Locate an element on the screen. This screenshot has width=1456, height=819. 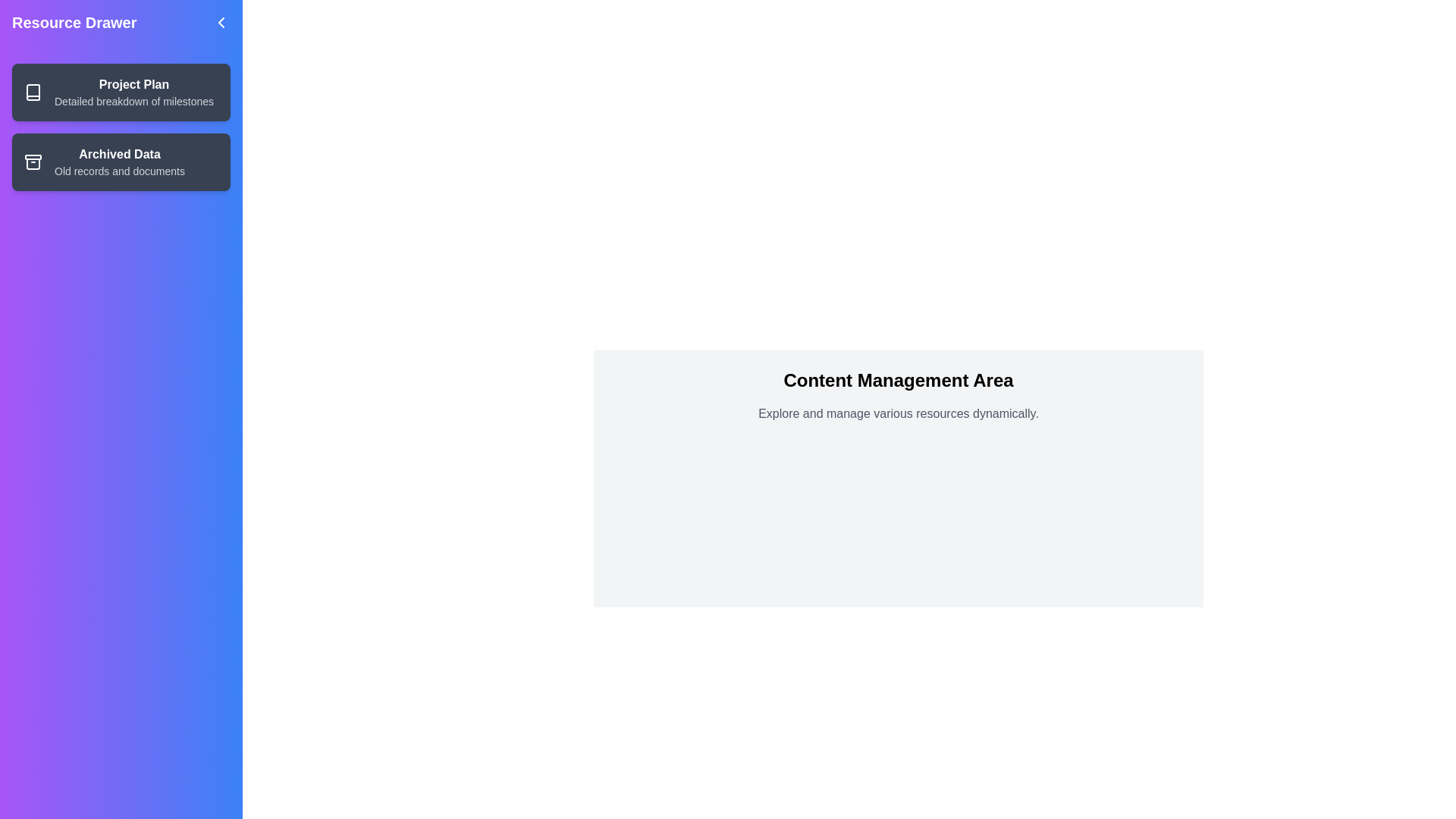
the icon representing Project Plan to interact with it is located at coordinates (33, 93).